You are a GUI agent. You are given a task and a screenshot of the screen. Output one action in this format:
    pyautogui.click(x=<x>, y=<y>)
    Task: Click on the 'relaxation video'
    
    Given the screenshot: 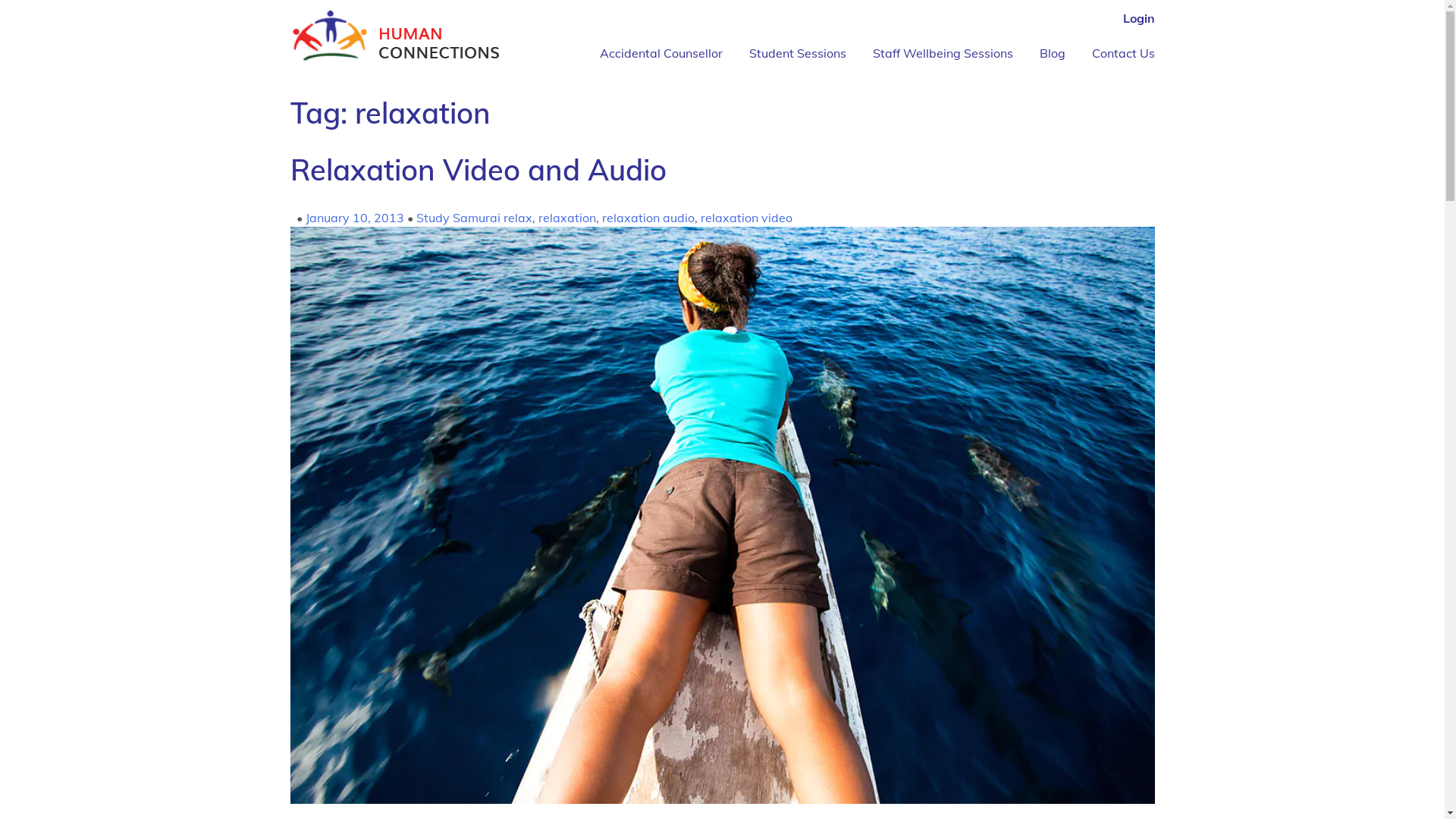 What is the action you would take?
    pyautogui.click(x=700, y=217)
    